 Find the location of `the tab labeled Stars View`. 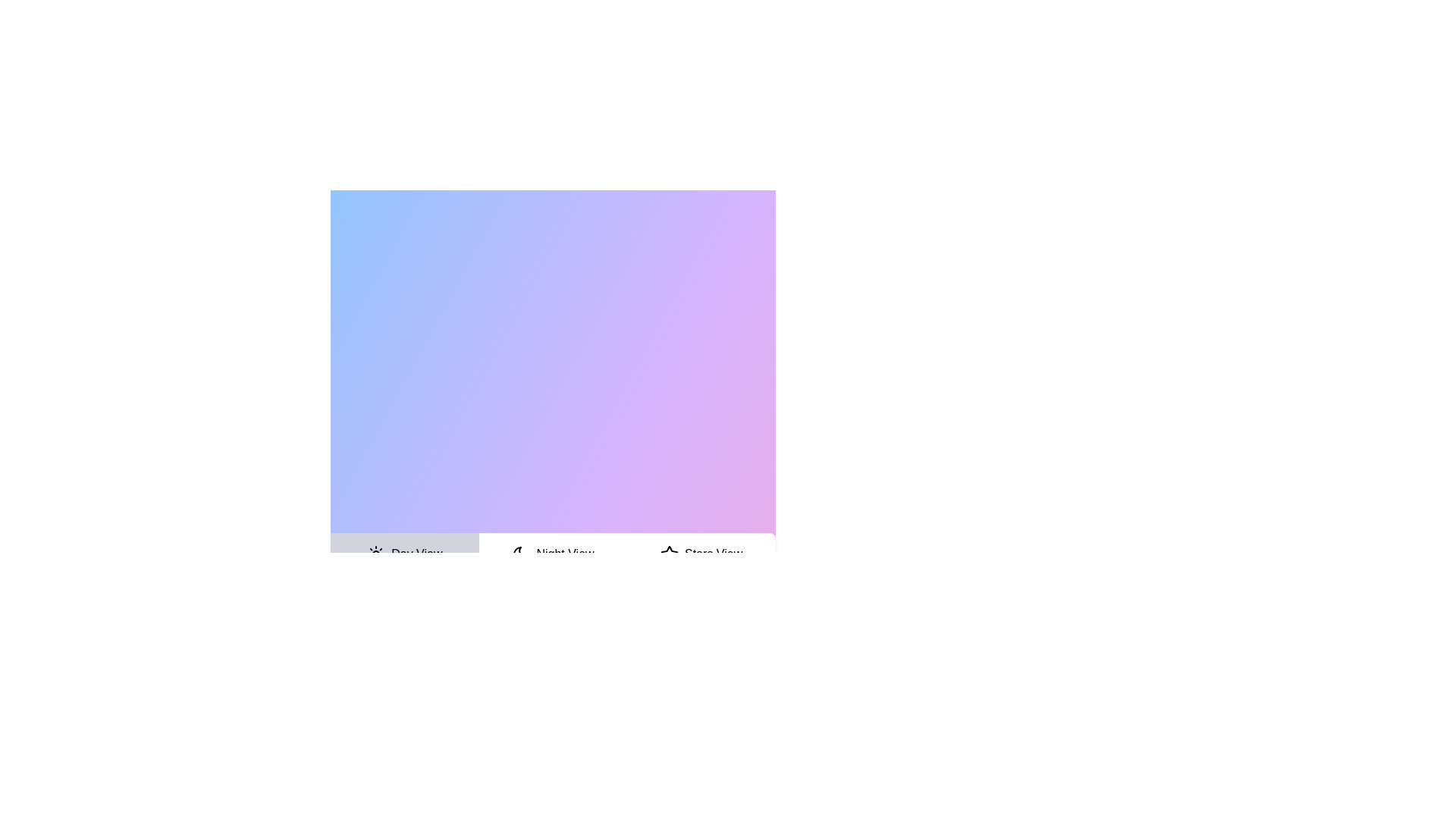

the tab labeled Stars View is located at coordinates (701, 554).